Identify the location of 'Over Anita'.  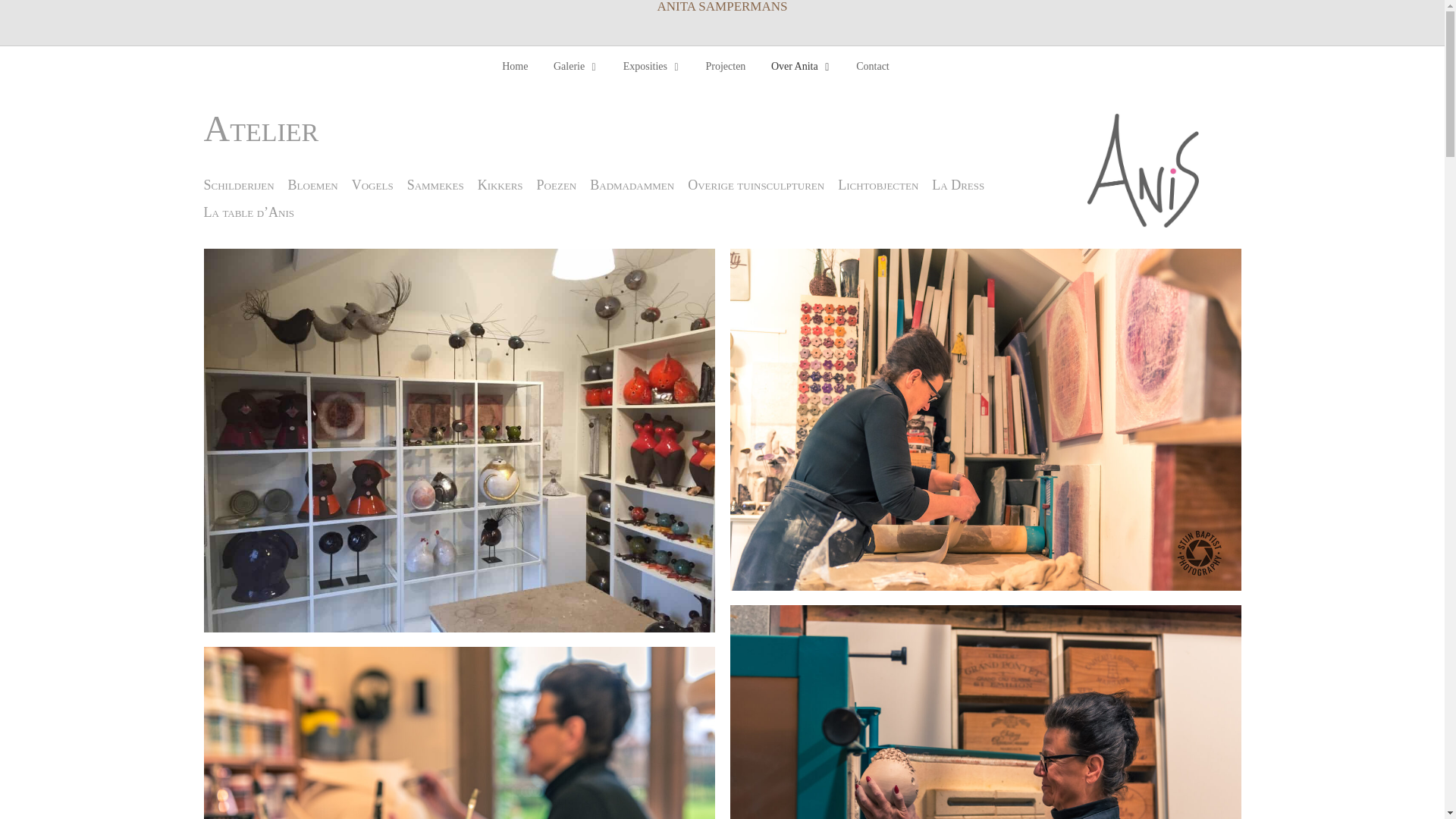
(800, 66).